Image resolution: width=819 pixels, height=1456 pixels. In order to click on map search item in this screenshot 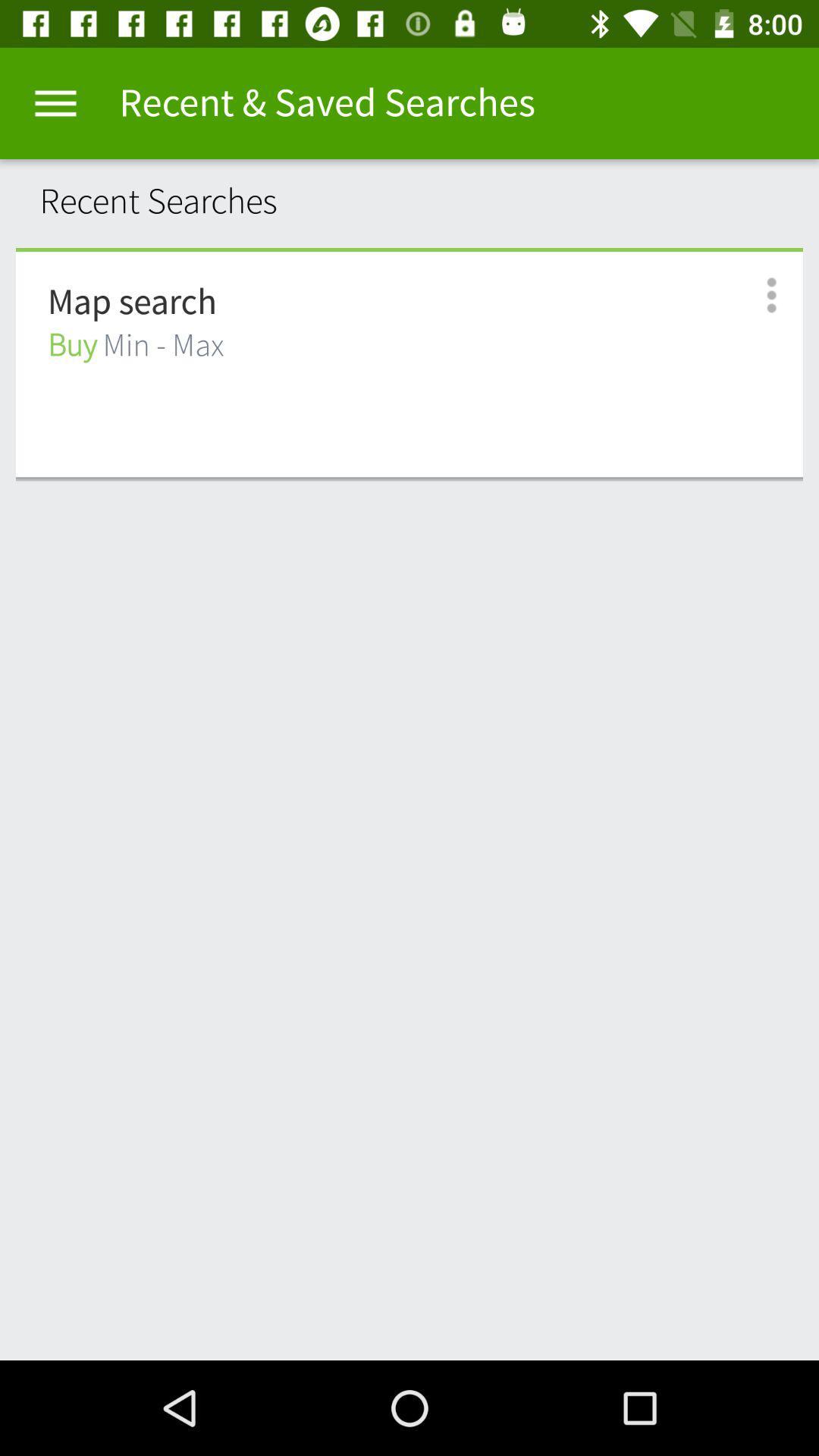, I will do `click(131, 303)`.